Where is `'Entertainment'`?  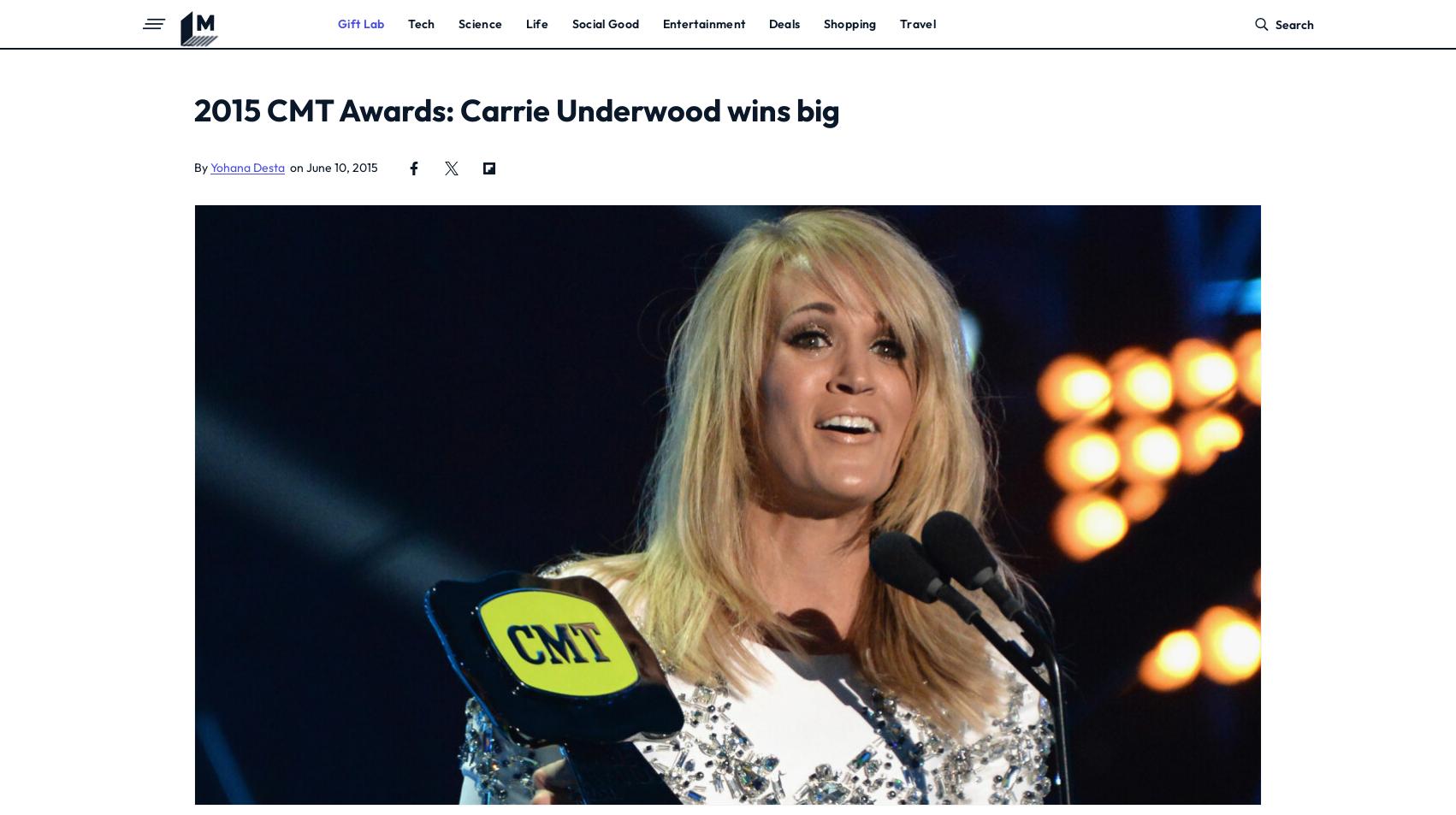
'Entertainment' is located at coordinates (702, 23).